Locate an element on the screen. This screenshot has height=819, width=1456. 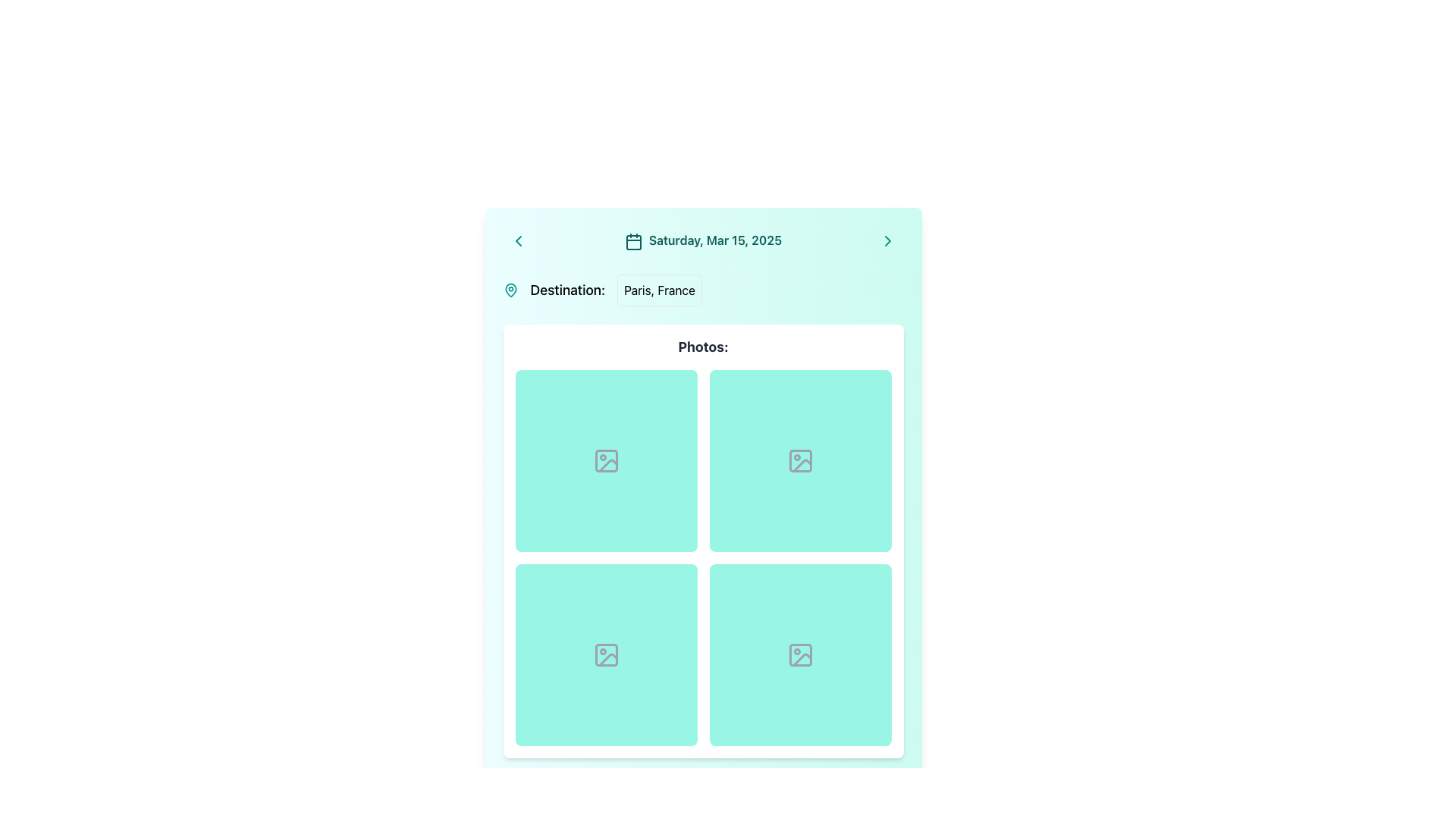
the Text label that introduces the destination information, positioned between a location pin icon and the label 'Paris, France' is located at coordinates (566, 290).